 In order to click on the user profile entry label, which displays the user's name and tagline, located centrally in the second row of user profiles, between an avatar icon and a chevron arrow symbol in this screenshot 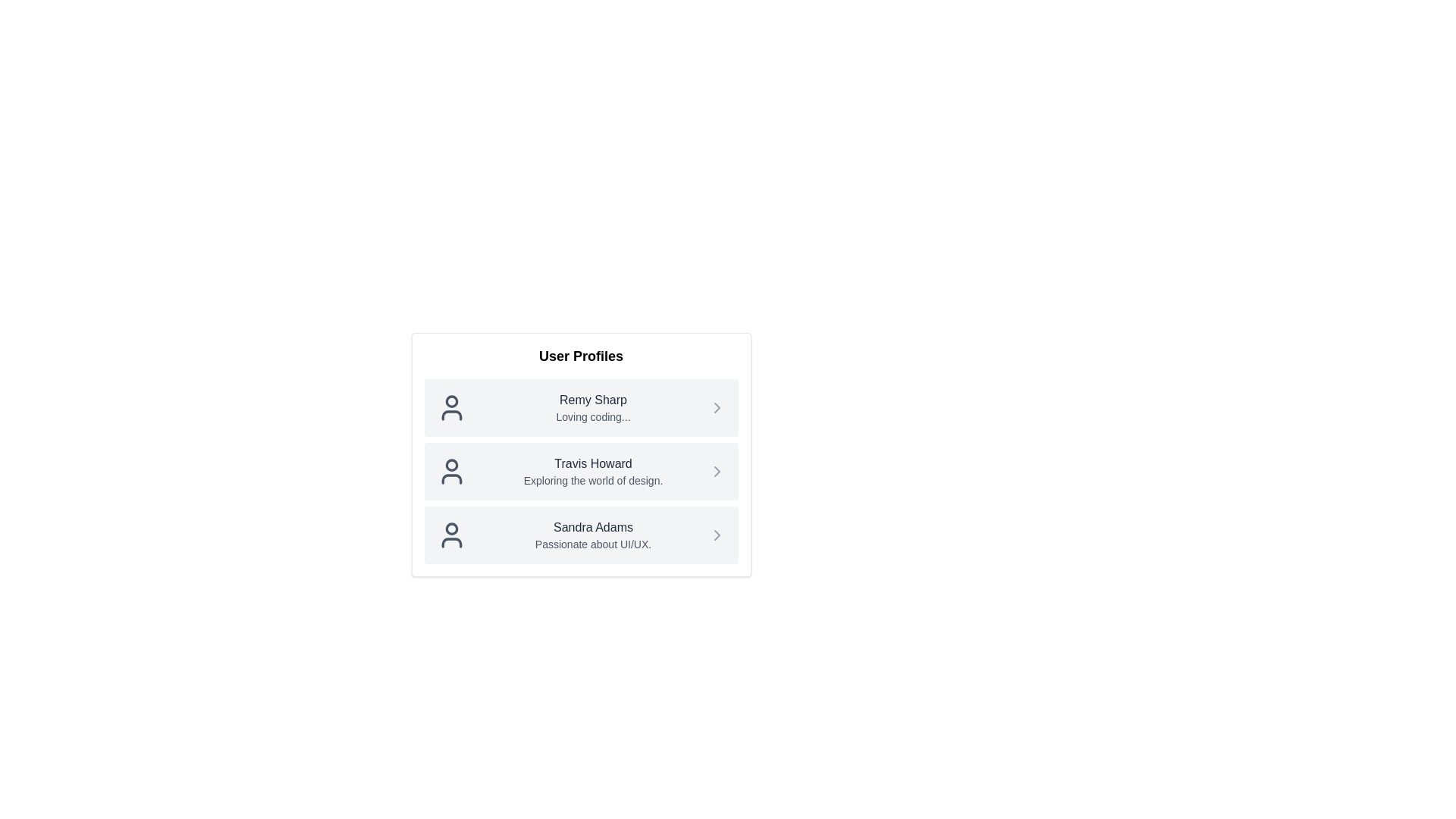, I will do `click(592, 406)`.